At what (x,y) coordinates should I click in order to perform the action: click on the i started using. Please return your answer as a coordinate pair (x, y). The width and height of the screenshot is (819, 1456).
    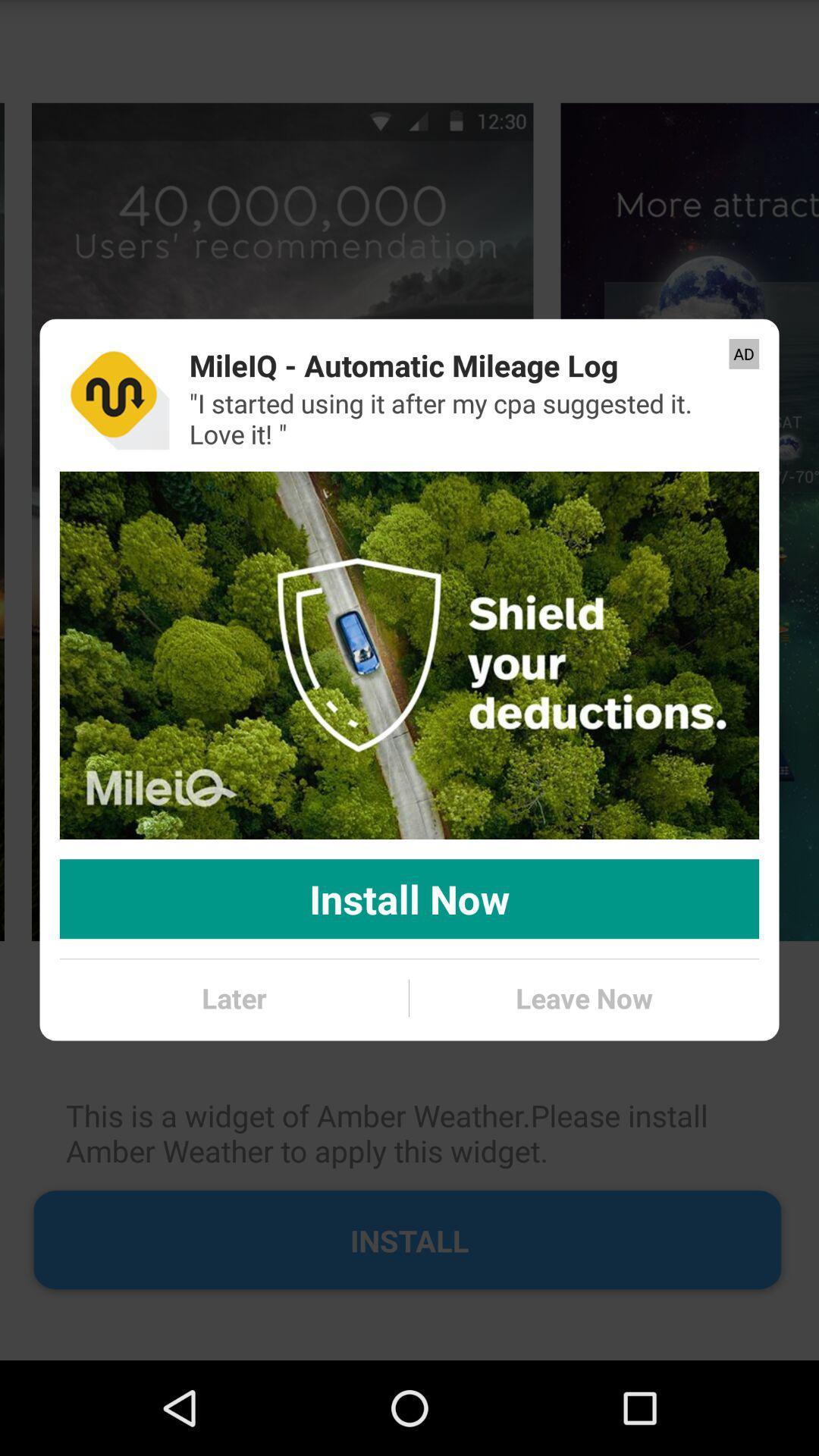
    Looking at the image, I should click on (463, 419).